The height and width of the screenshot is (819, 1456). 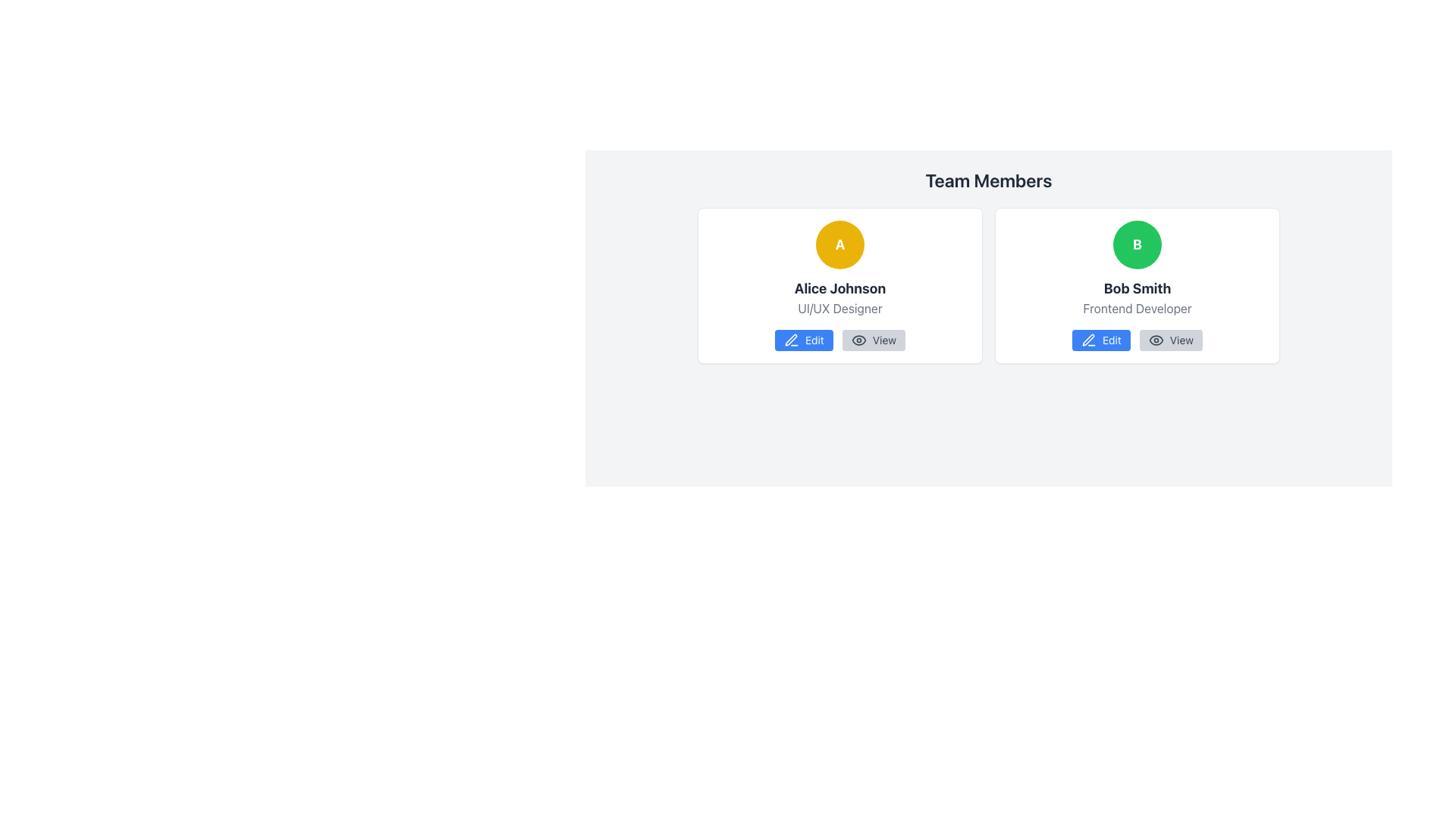 What do you see at coordinates (1170, 339) in the screenshot?
I see `the 'View' button located at the bottom-right corner of Bob Smith's details card` at bounding box center [1170, 339].